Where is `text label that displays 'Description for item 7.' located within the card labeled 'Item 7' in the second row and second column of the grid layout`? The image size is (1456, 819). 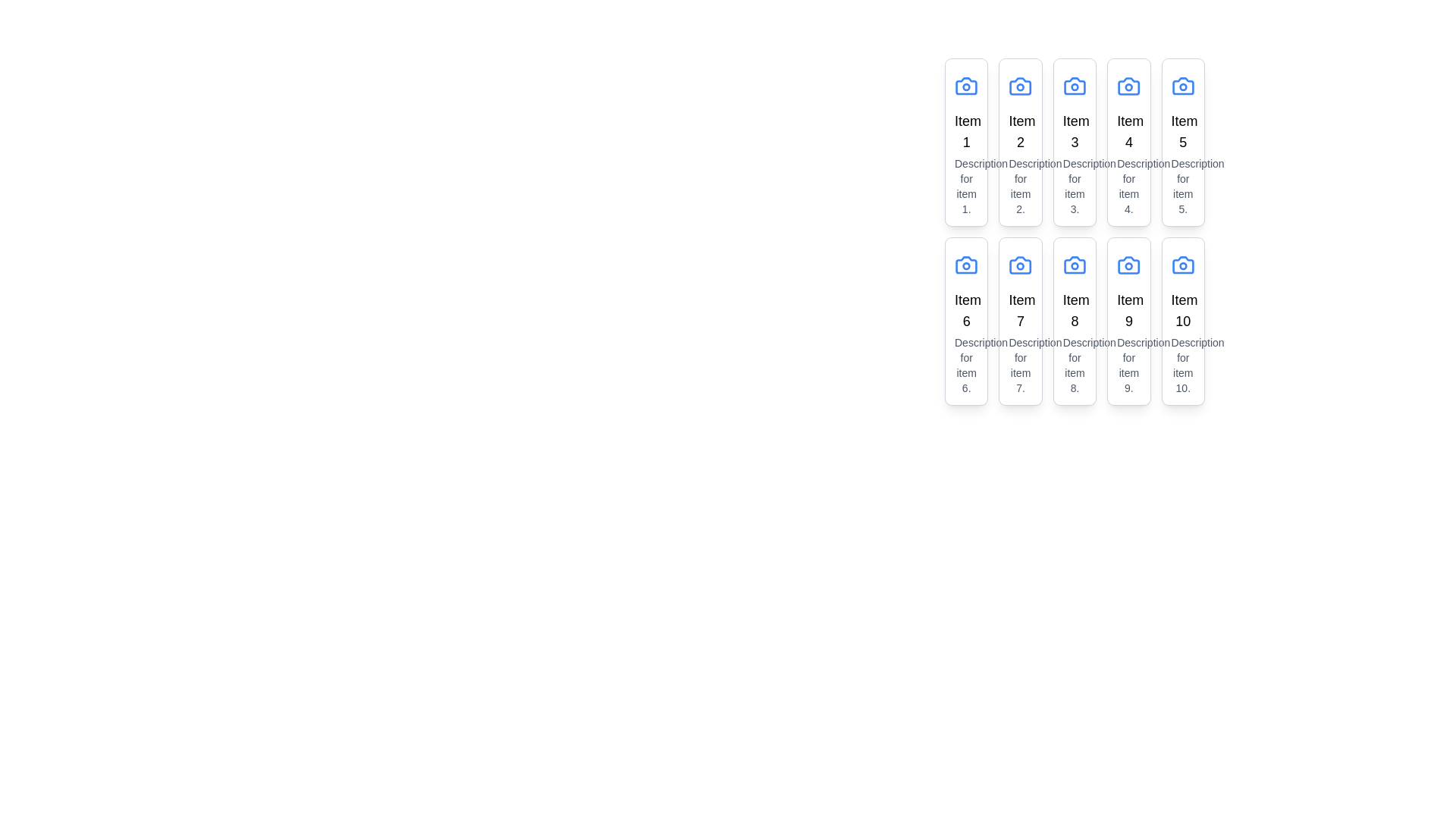
text label that displays 'Description for item 7.' located within the card labeled 'Item 7' in the second row and second column of the grid layout is located at coordinates (1021, 366).